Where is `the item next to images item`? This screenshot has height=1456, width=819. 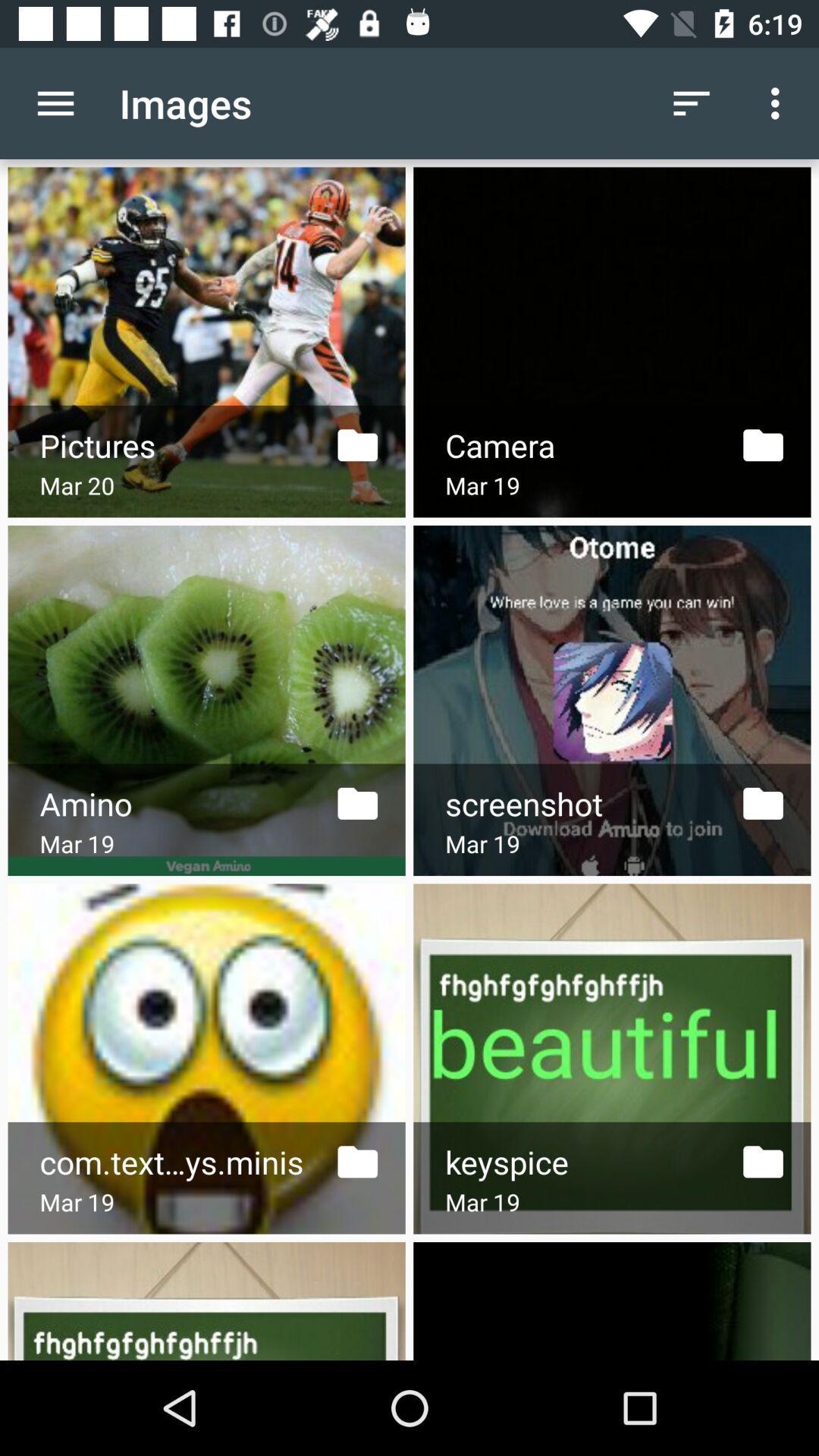
the item next to images item is located at coordinates (691, 102).